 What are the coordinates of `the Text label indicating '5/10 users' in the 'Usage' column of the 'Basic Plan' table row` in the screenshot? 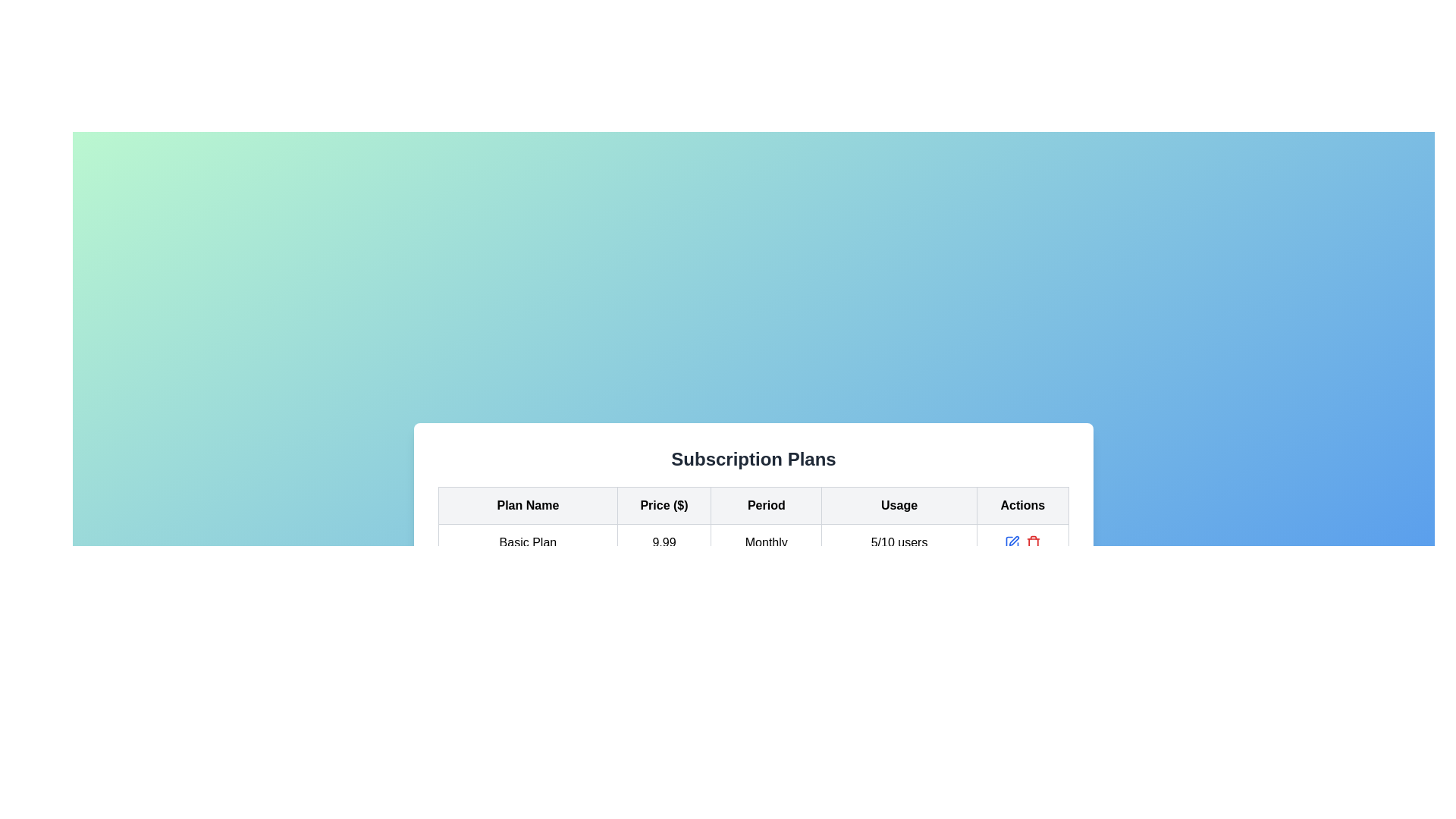 It's located at (899, 541).